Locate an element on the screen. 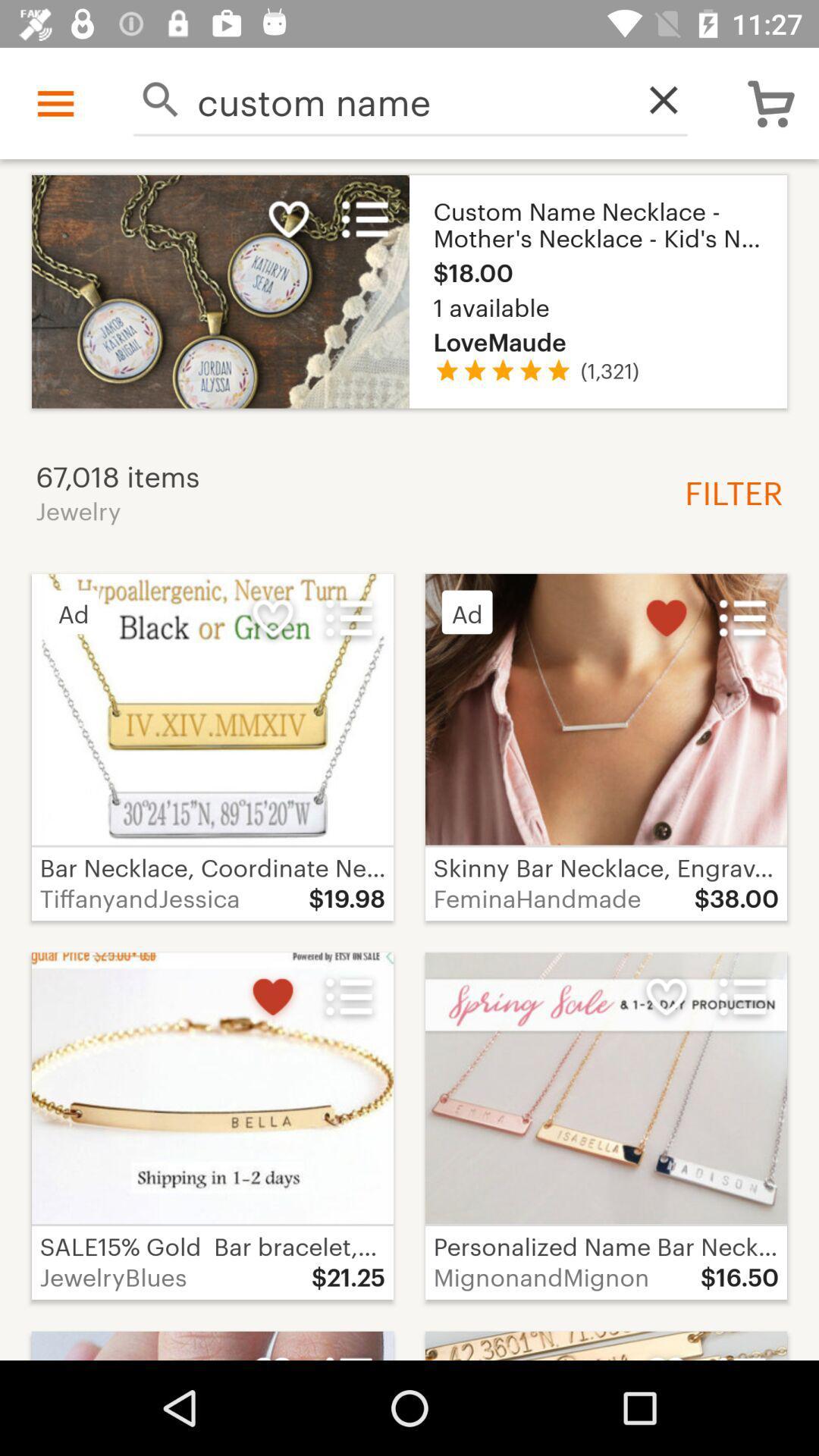 The height and width of the screenshot is (1456, 819). the second white colored heart icon of the page is located at coordinates (271, 618).